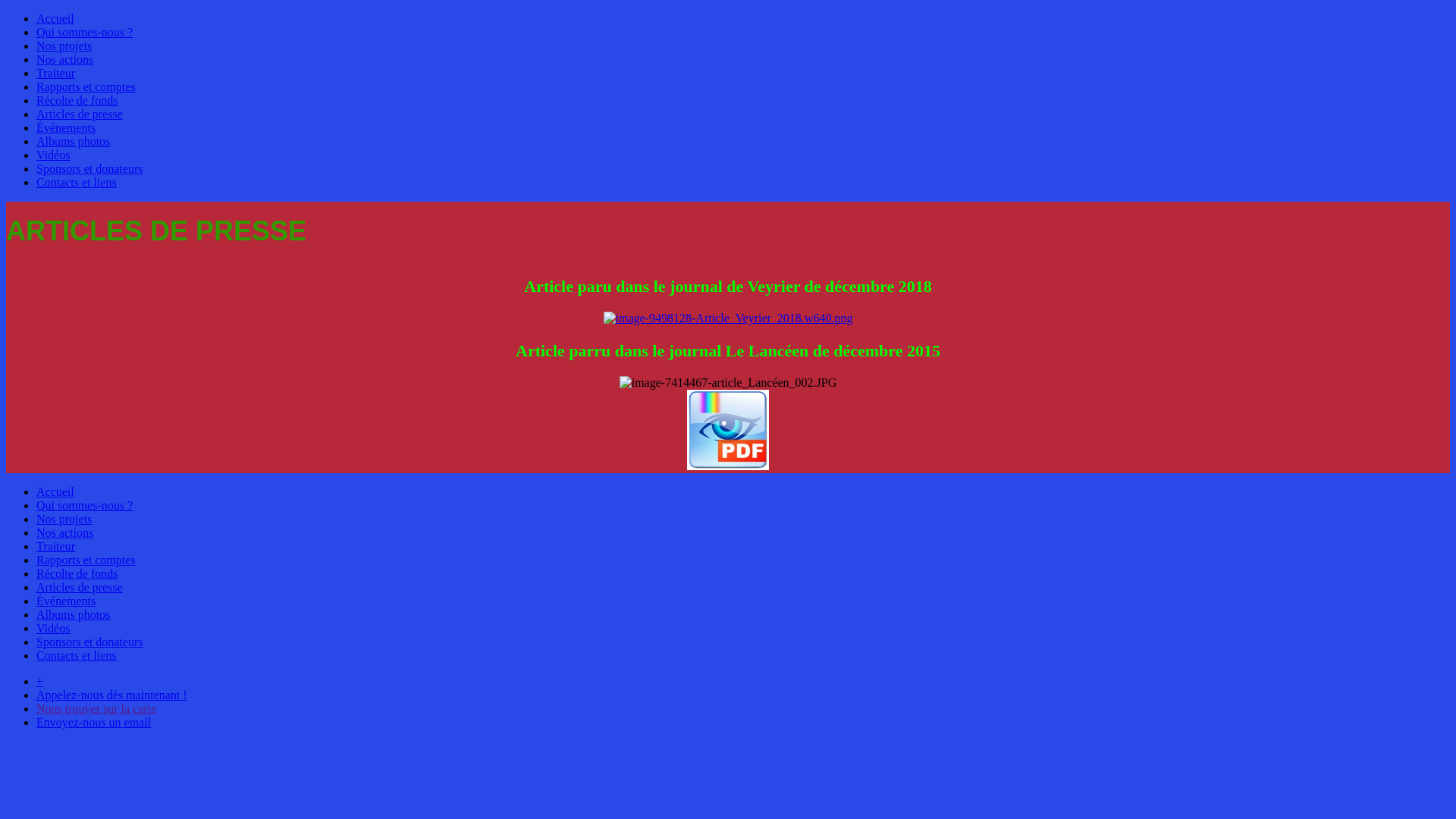 The height and width of the screenshot is (819, 1456). What do you see at coordinates (85, 560) in the screenshot?
I see `'Rapports et comptes'` at bounding box center [85, 560].